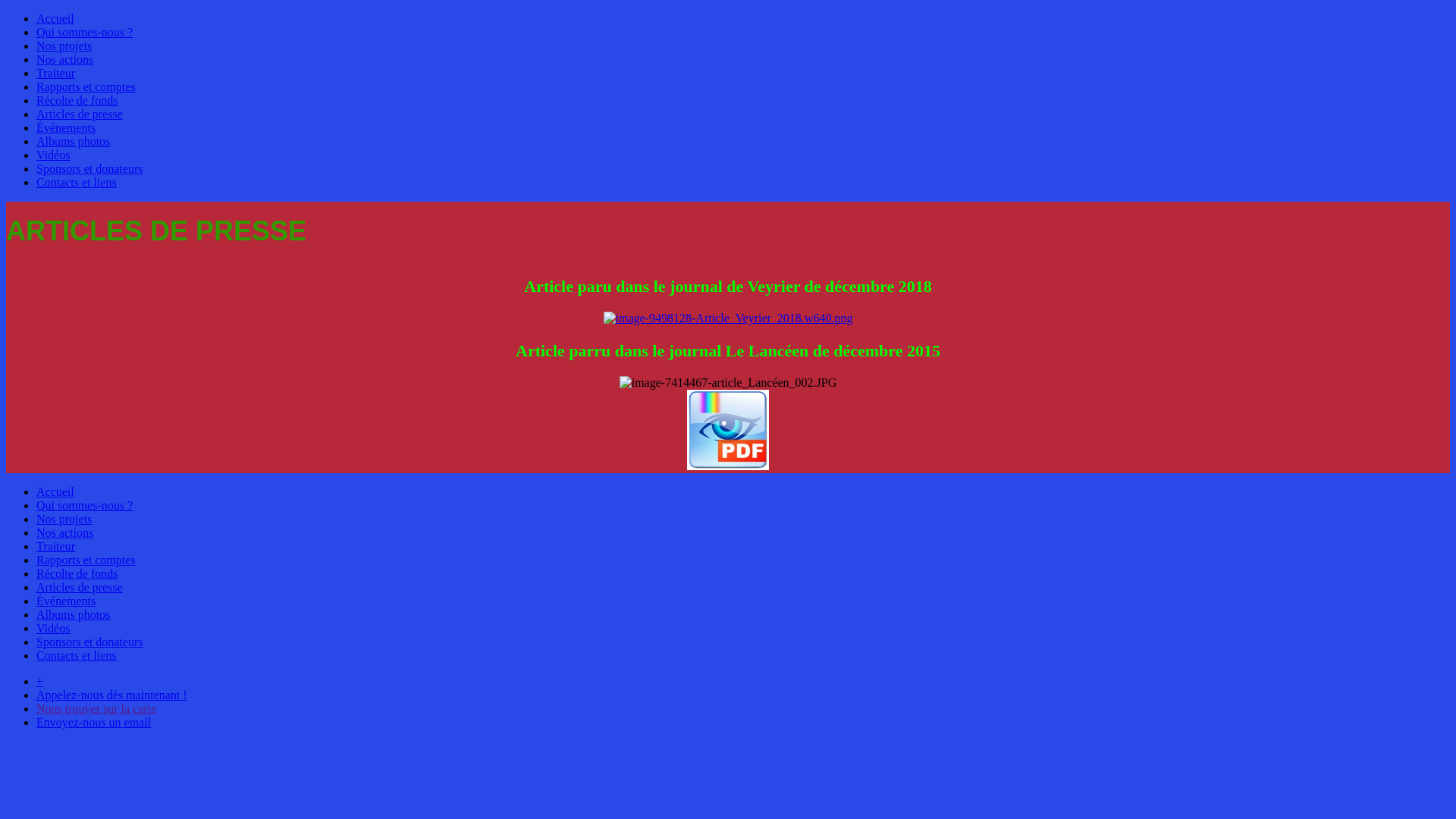 The height and width of the screenshot is (819, 1456). What do you see at coordinates (85, 560) in the screenshot?
I see `'Rapports et comptes'` at bounding box center [85, 560].